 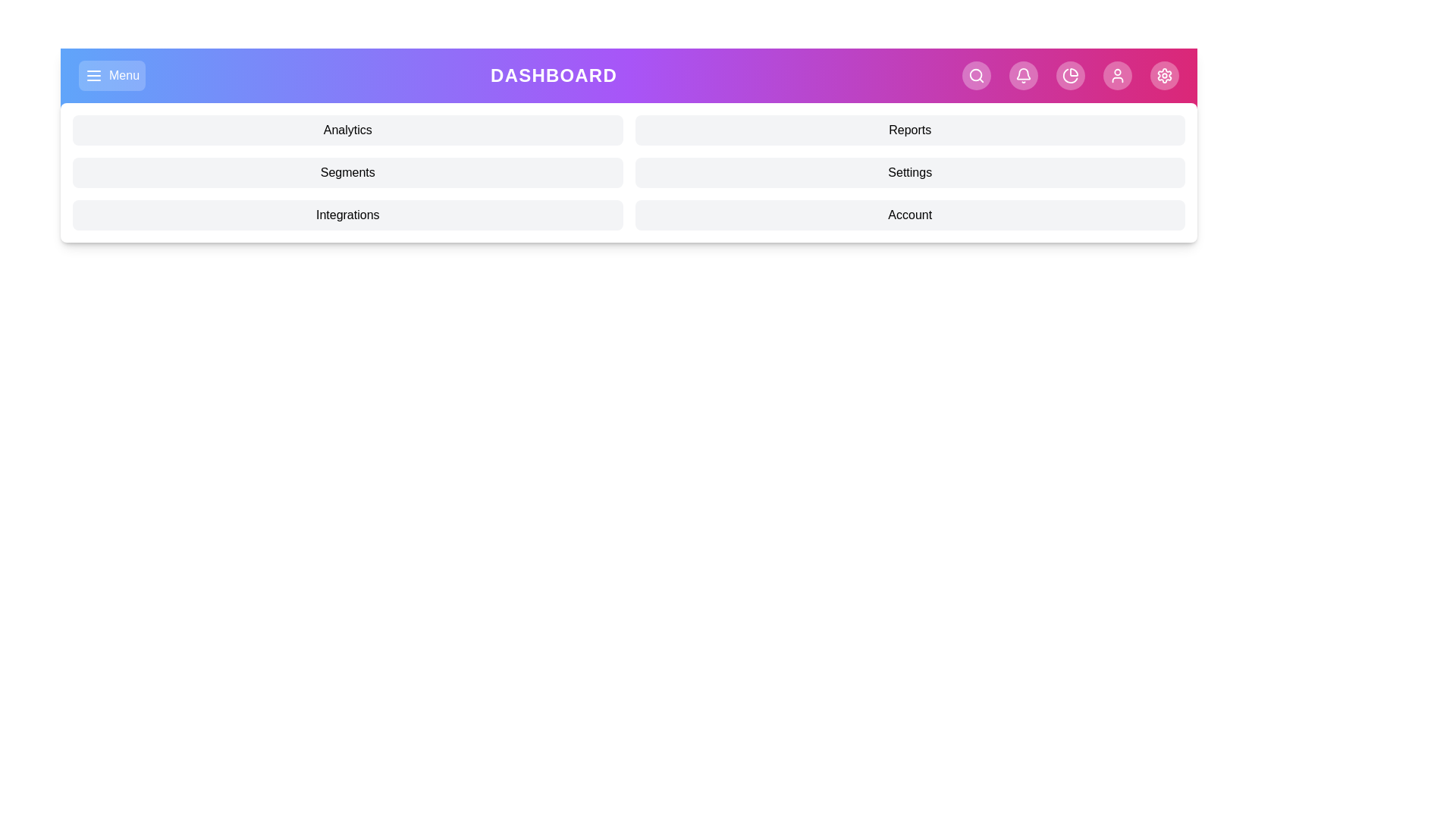 What do you see at coordinates (910, 215) in the screenshot?
I see `the menu option Account` at bounding box center [910, 215].